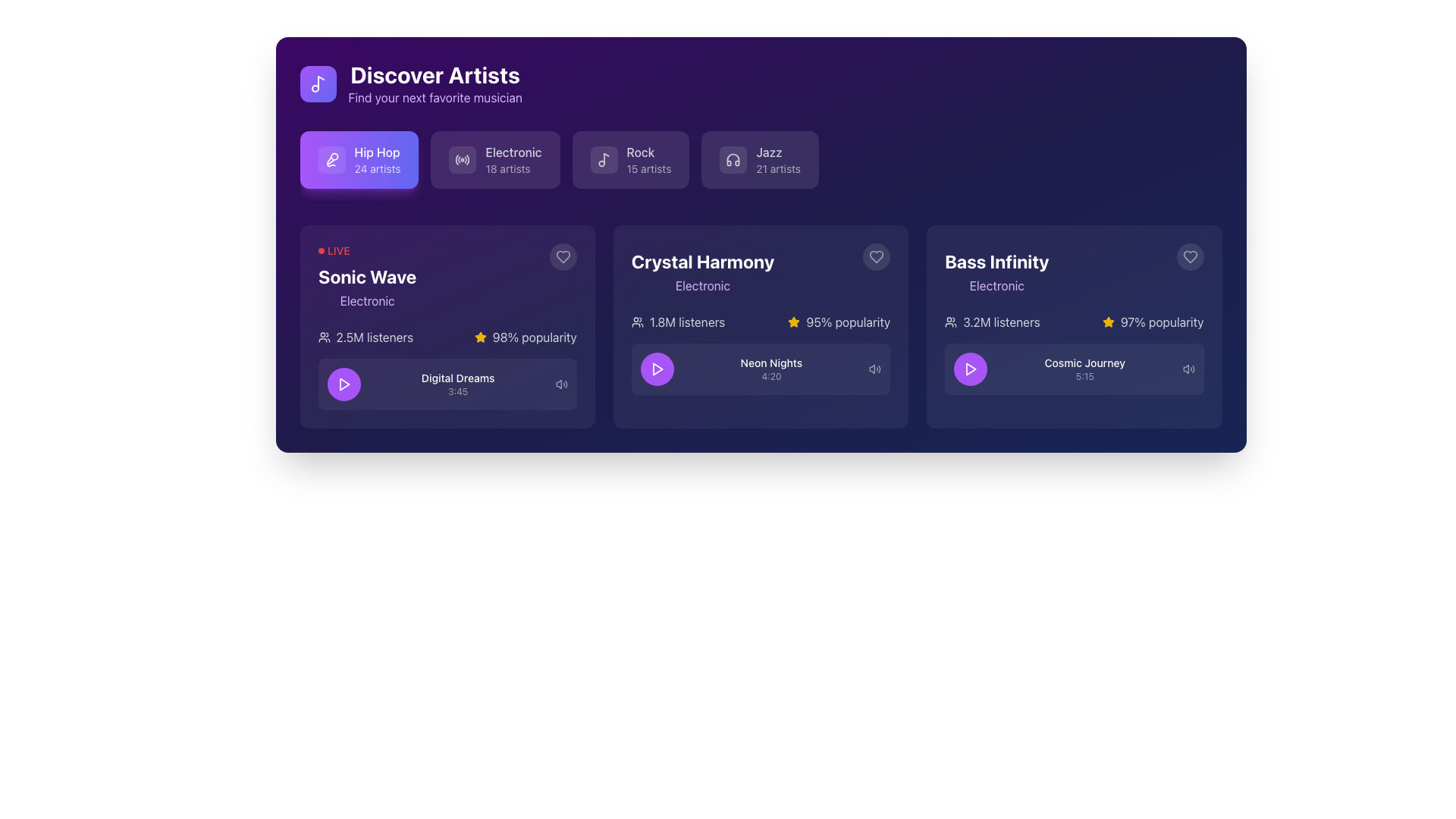  What do you see at coordinates (1189, 256) in the screenshot?
I see `the heart icon located at the top right corner of the 'Bass Infinity' card` at bounding box center [1189, 256].